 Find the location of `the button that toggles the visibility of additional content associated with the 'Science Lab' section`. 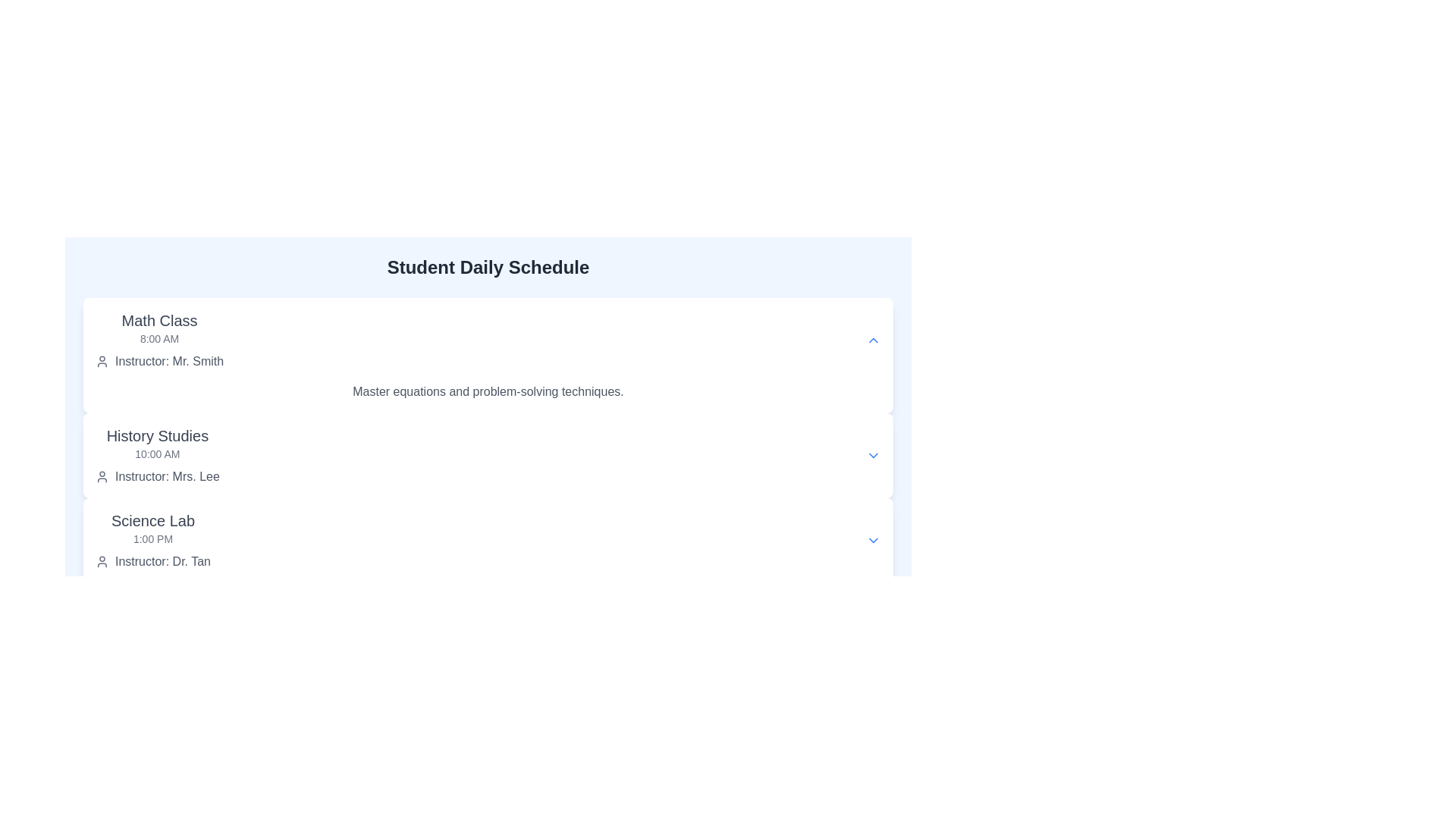

the button that toggles the visibility of additional content associated with the 'Science Lab' section is located at coordinates (874, 540).